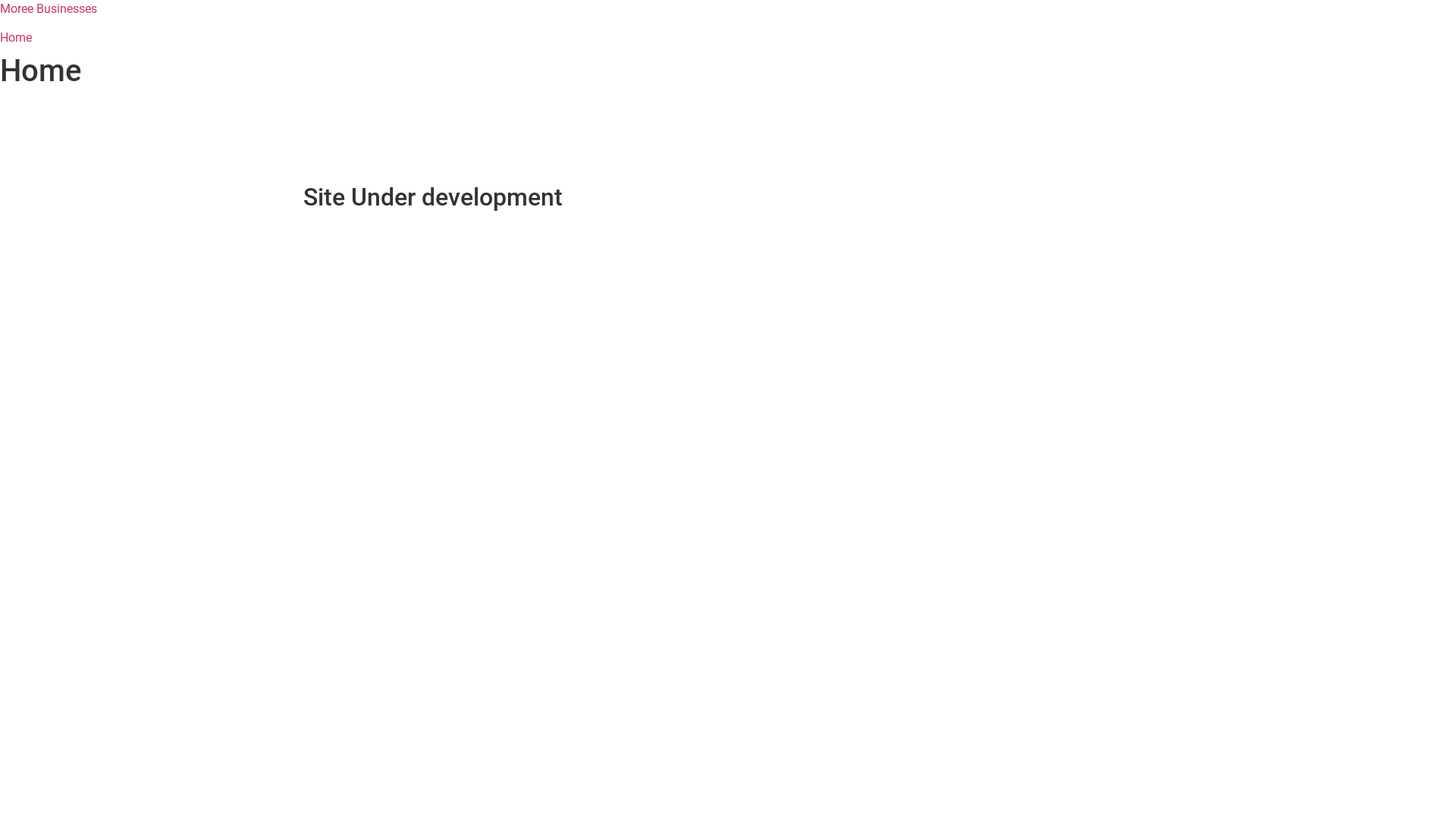 The width and height of the screenshot is (1456, 819). What do you see at coordinates (0, 36) in the screenshot?
I see `'Home'` at bounding box center [0, 36].